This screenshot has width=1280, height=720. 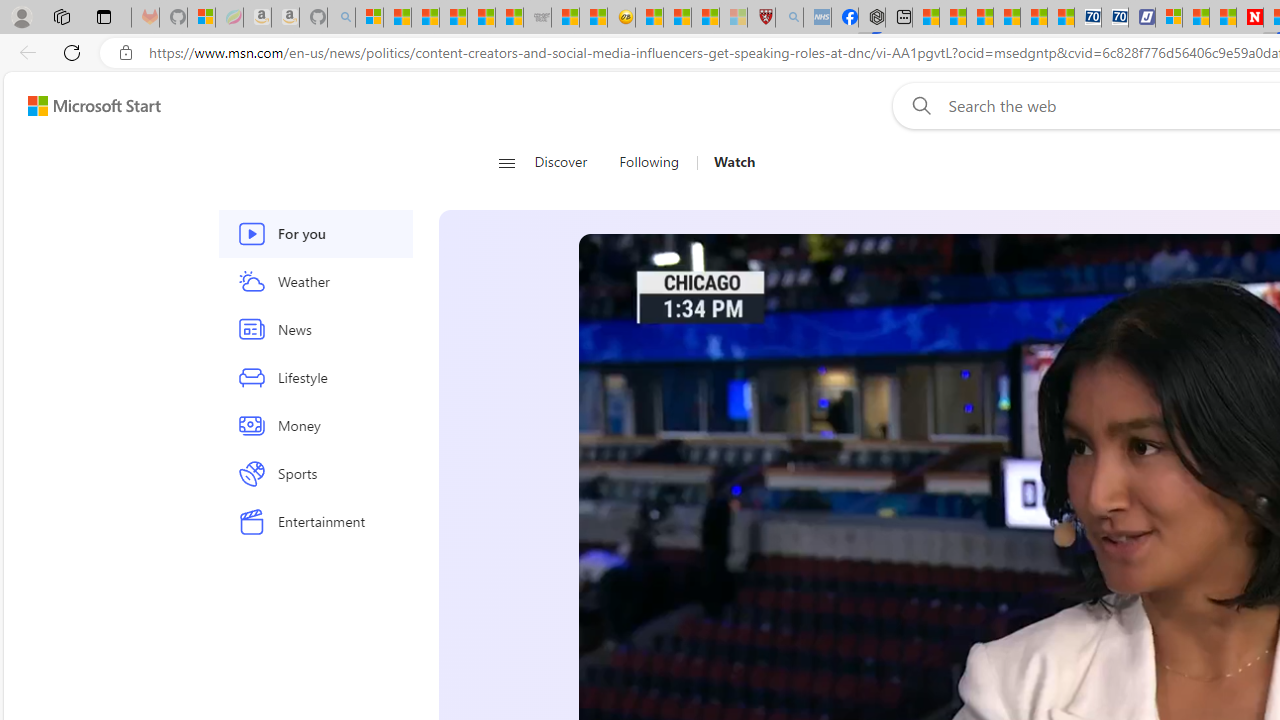 What do you see at coordinates (424, 17) in the screenshot?
I see `'The Weather Channel - MSN'` at bounding box center [424, 17].